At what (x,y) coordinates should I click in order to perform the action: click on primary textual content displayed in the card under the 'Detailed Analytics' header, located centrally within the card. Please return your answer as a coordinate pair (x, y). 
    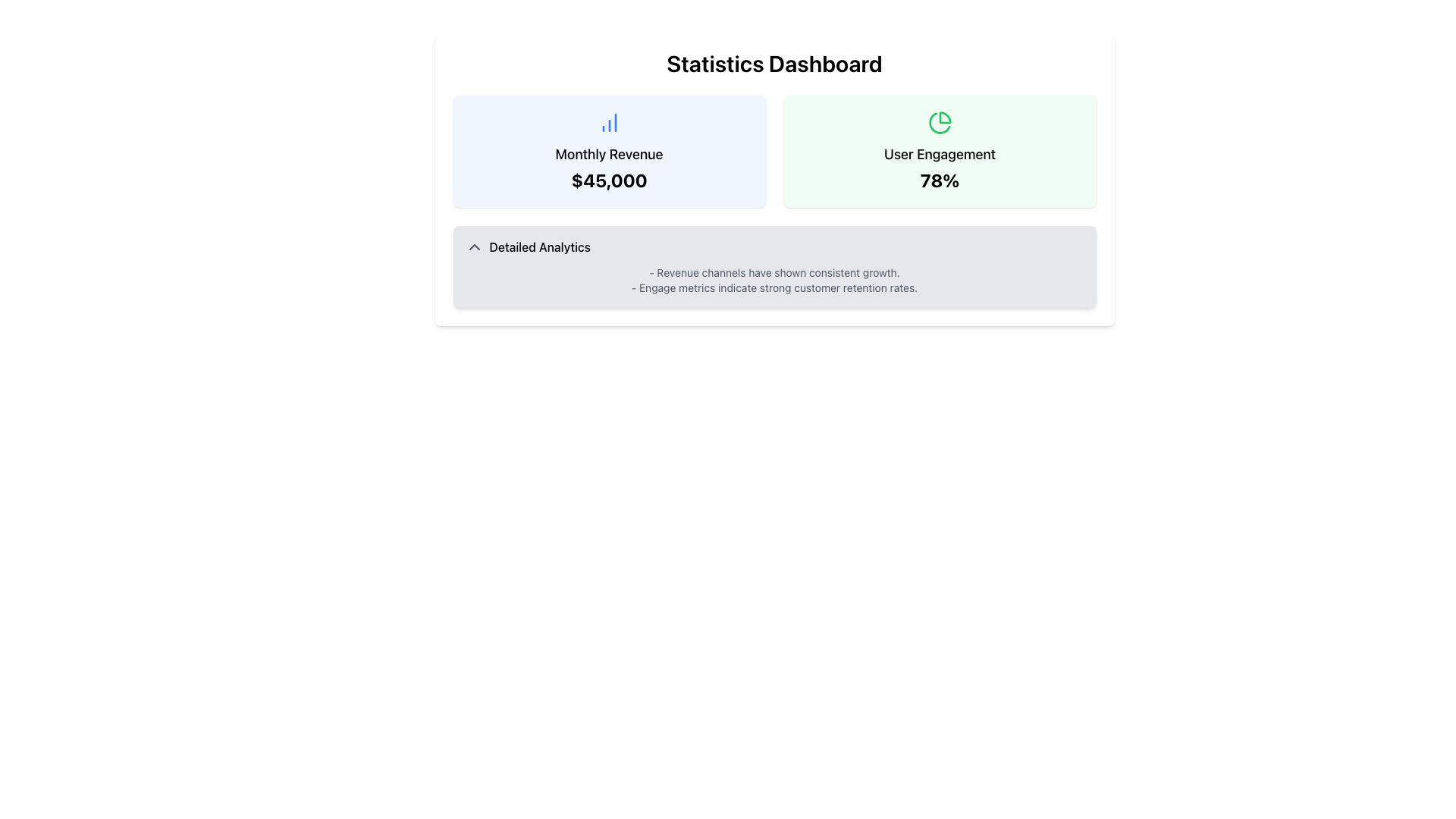
    Looking at the image, I should click on (774, 281).